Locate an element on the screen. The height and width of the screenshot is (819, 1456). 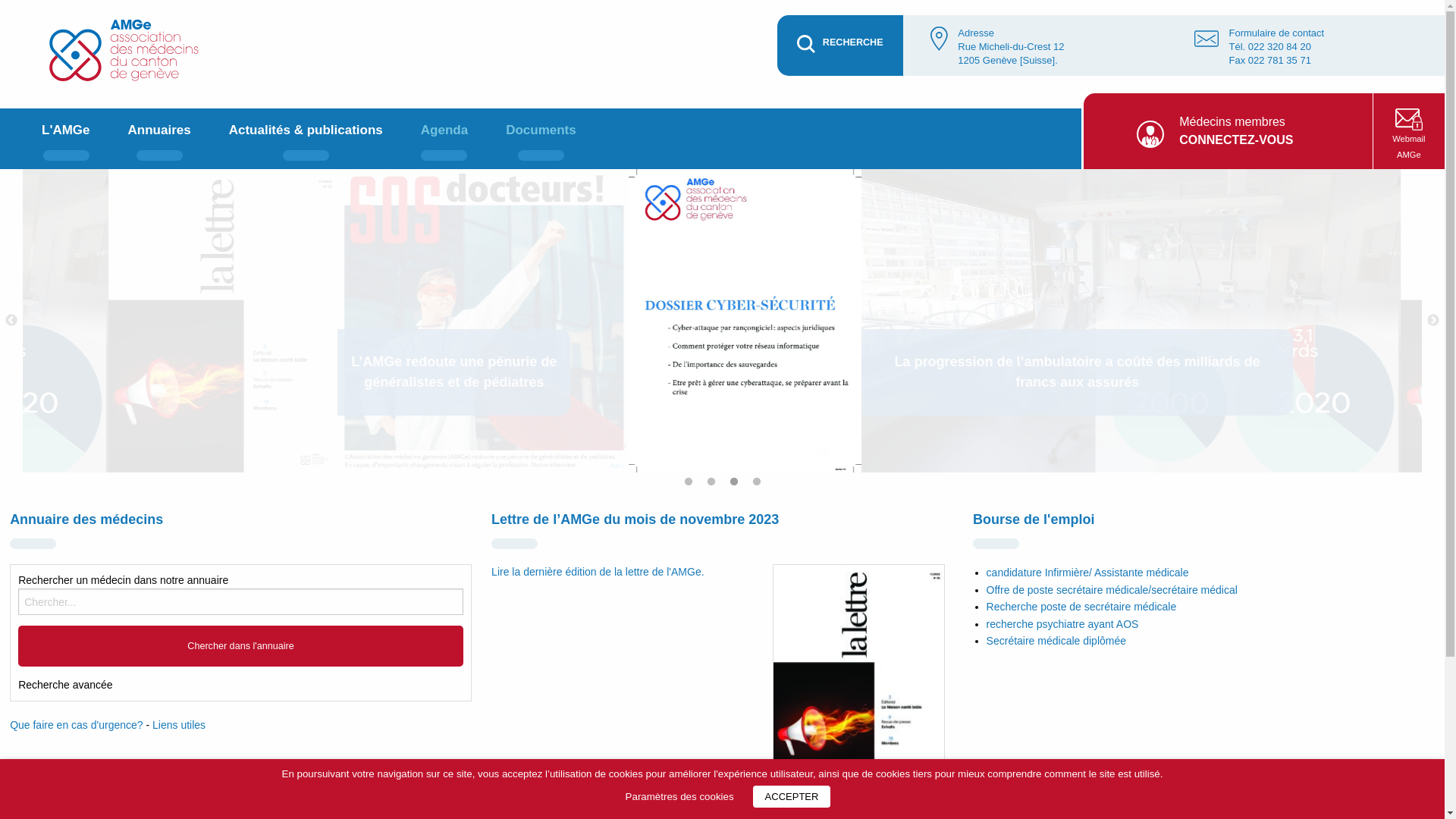
'Agenda' is located at coordinates (443, 138).